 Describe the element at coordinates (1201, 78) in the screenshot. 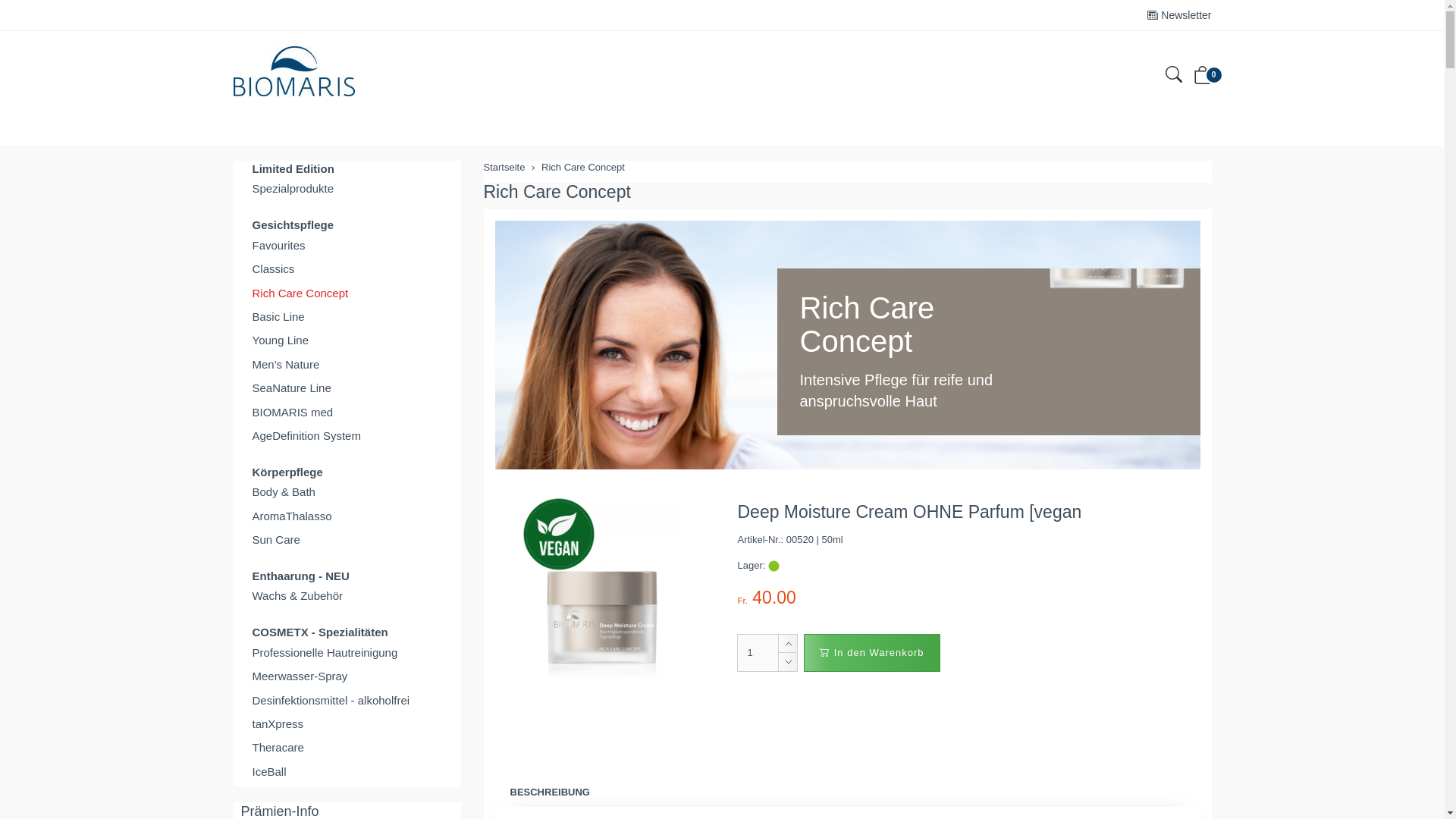

I see `'0'` at that location.